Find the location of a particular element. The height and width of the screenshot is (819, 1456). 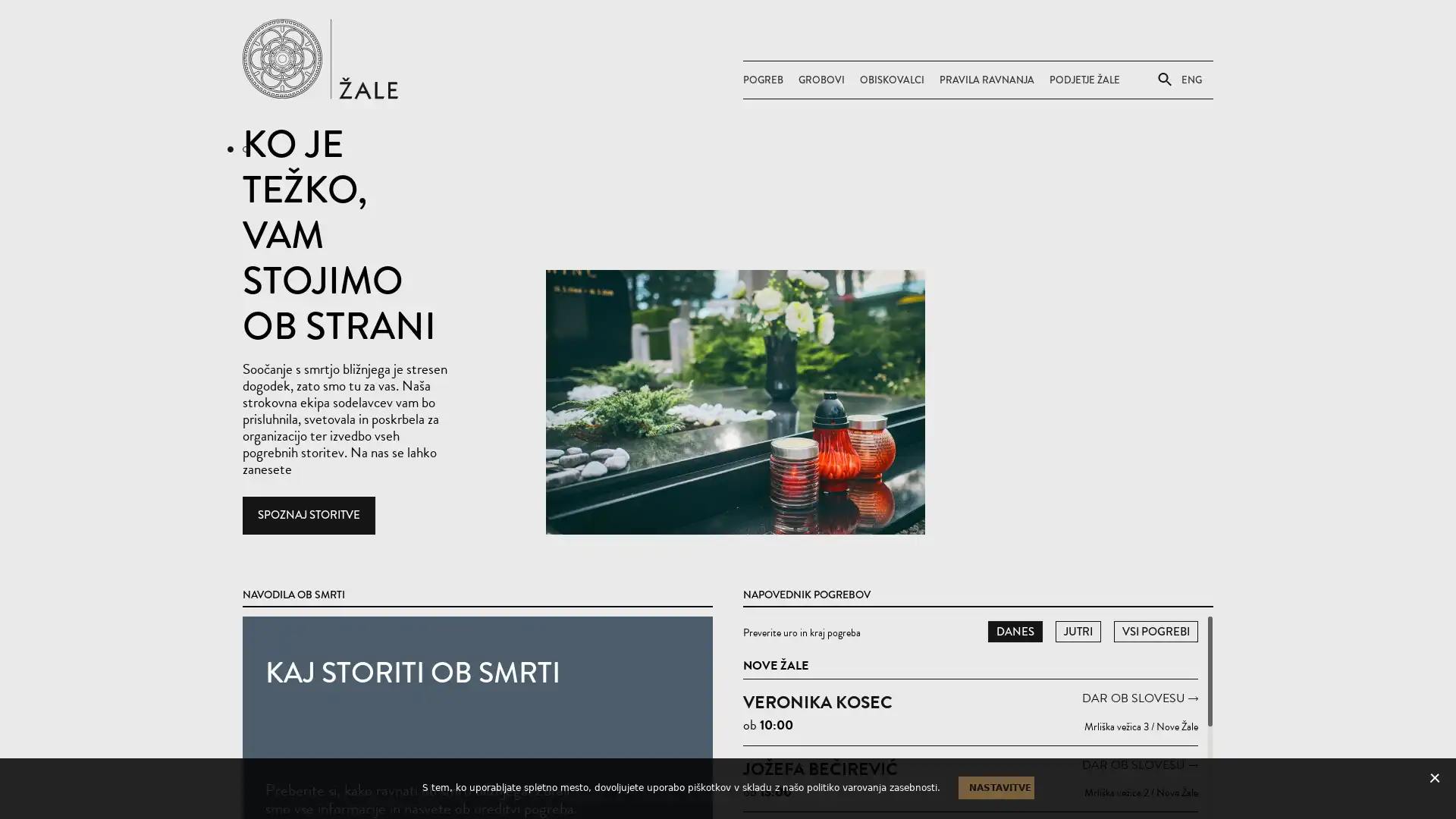

ISCI is located at coordinates (1153, 185).